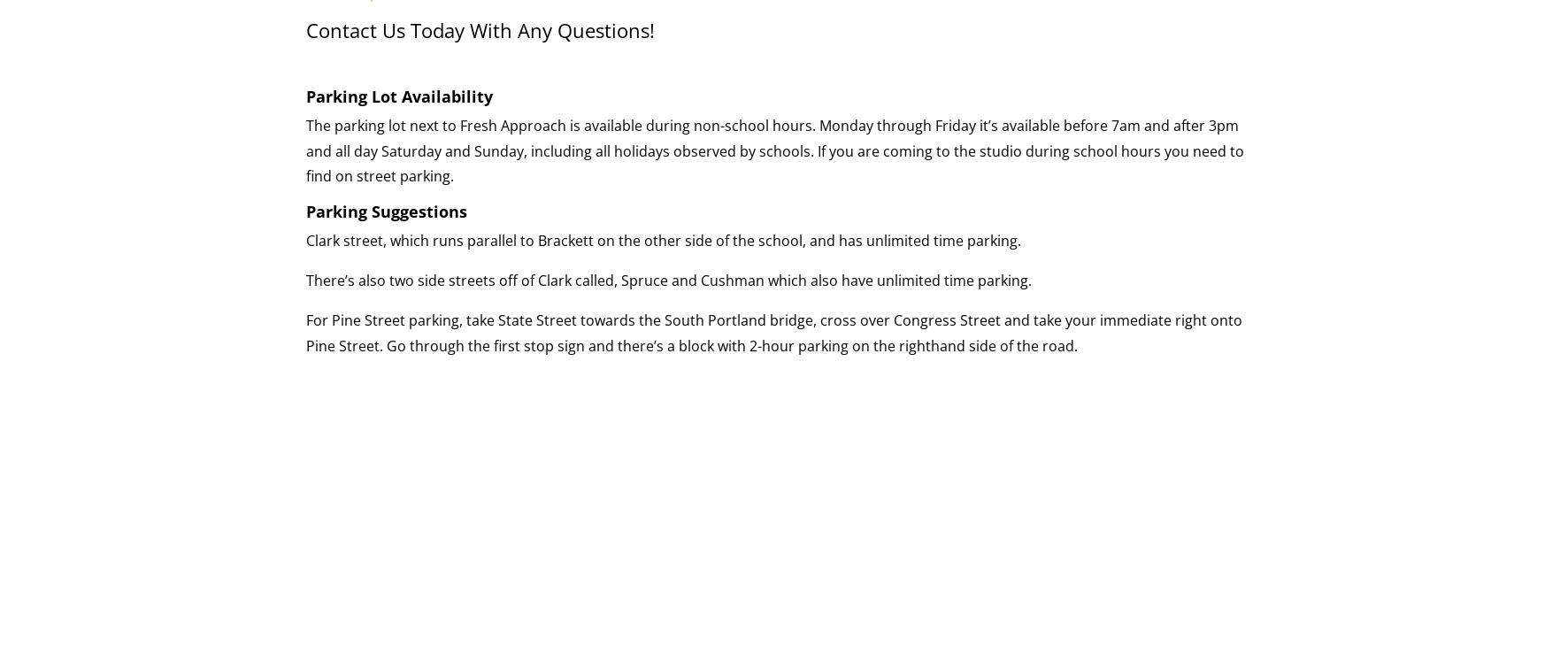 This screenshot has height=669, width=1568. Describe the element at coordinates (708, 124) in the screenshot. I see `'The parking lot next to Fresh Approach is available during non-school hours. Monday through Friday it’s available before'` at that location.